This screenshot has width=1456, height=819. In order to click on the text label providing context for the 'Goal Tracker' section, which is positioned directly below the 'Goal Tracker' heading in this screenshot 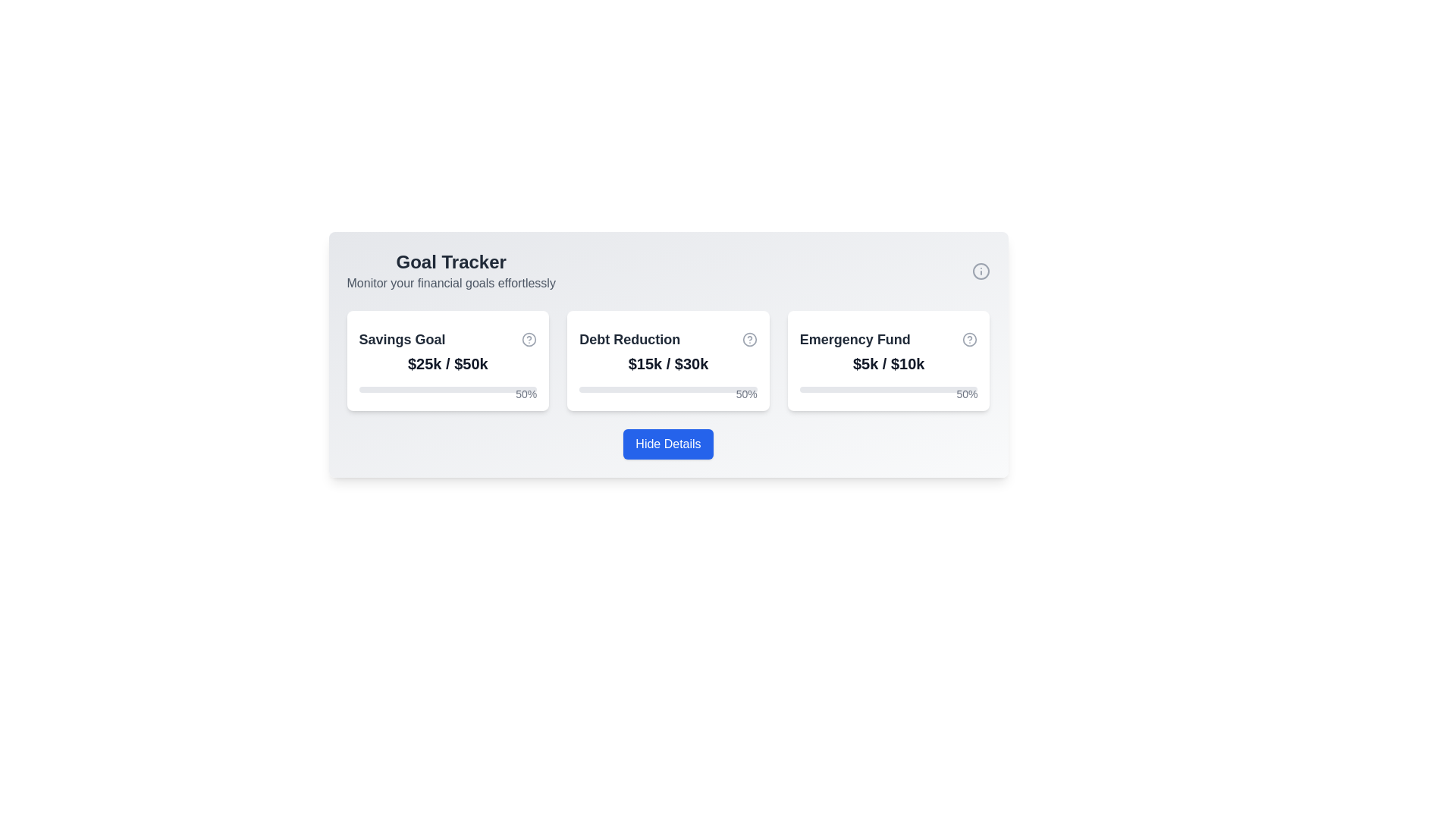, I will do `click(450, 284)`.